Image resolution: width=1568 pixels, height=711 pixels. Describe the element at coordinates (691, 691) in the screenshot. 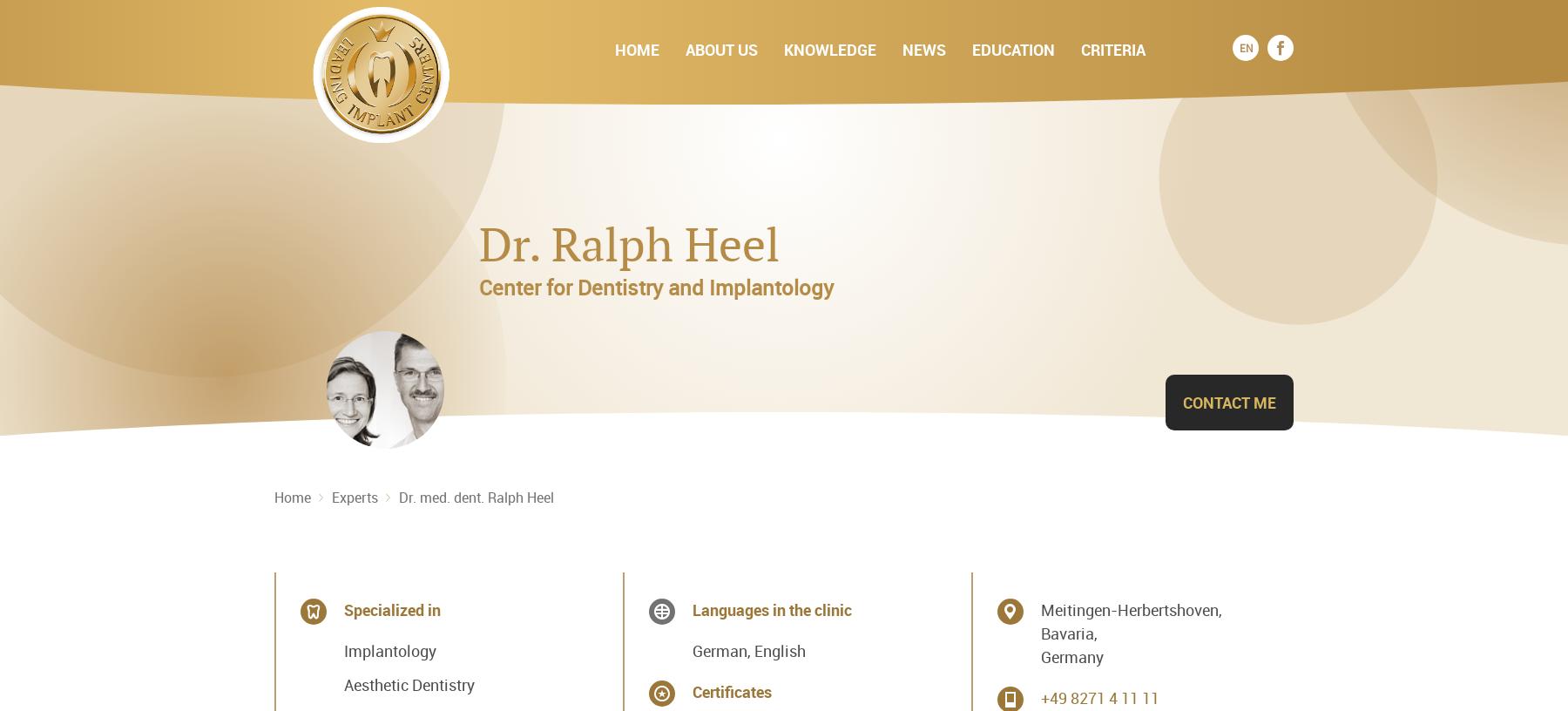

I see `'Certificates'` at that location.